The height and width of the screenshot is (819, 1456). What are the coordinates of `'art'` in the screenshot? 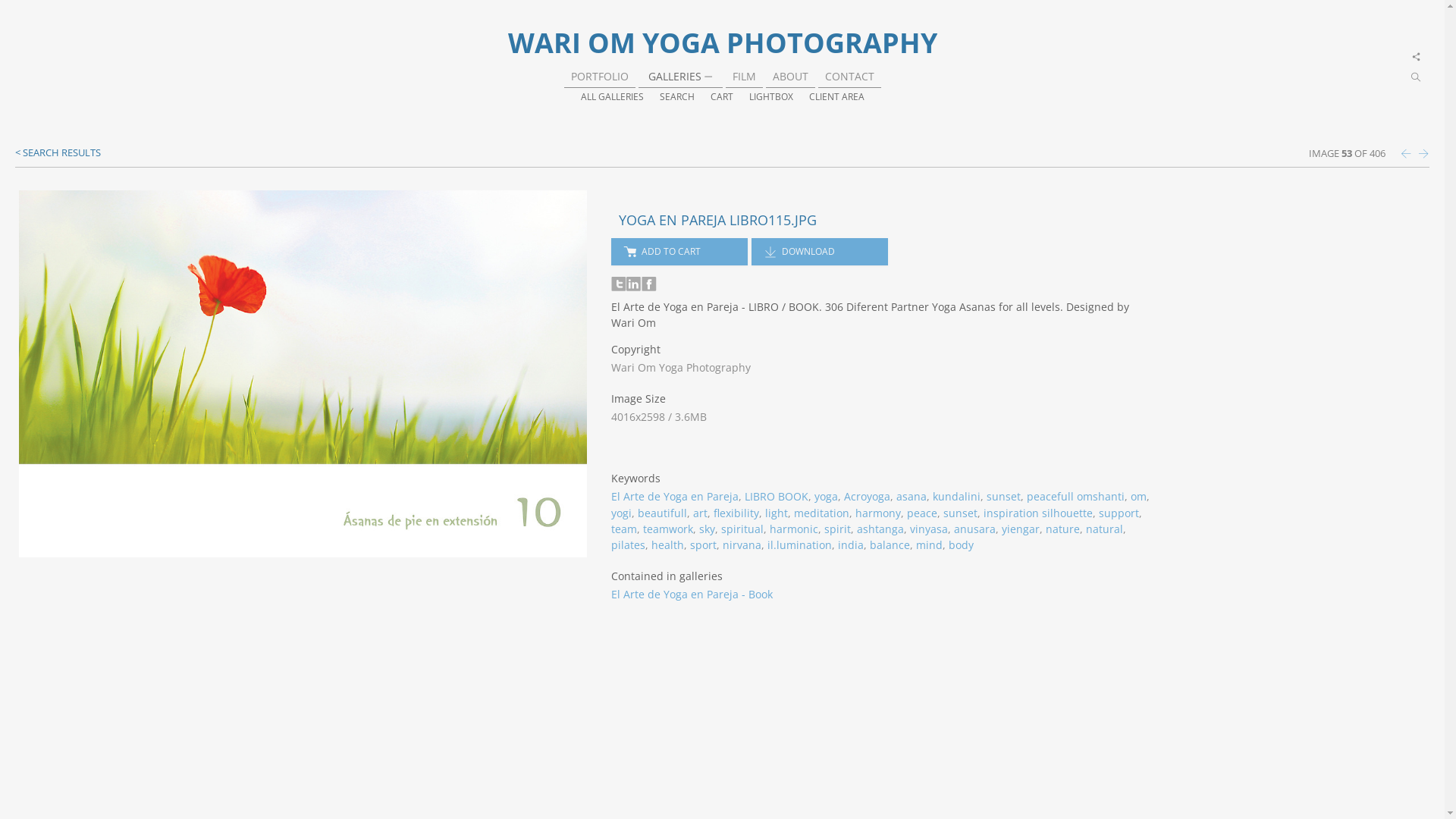 It's located at (699, 512).